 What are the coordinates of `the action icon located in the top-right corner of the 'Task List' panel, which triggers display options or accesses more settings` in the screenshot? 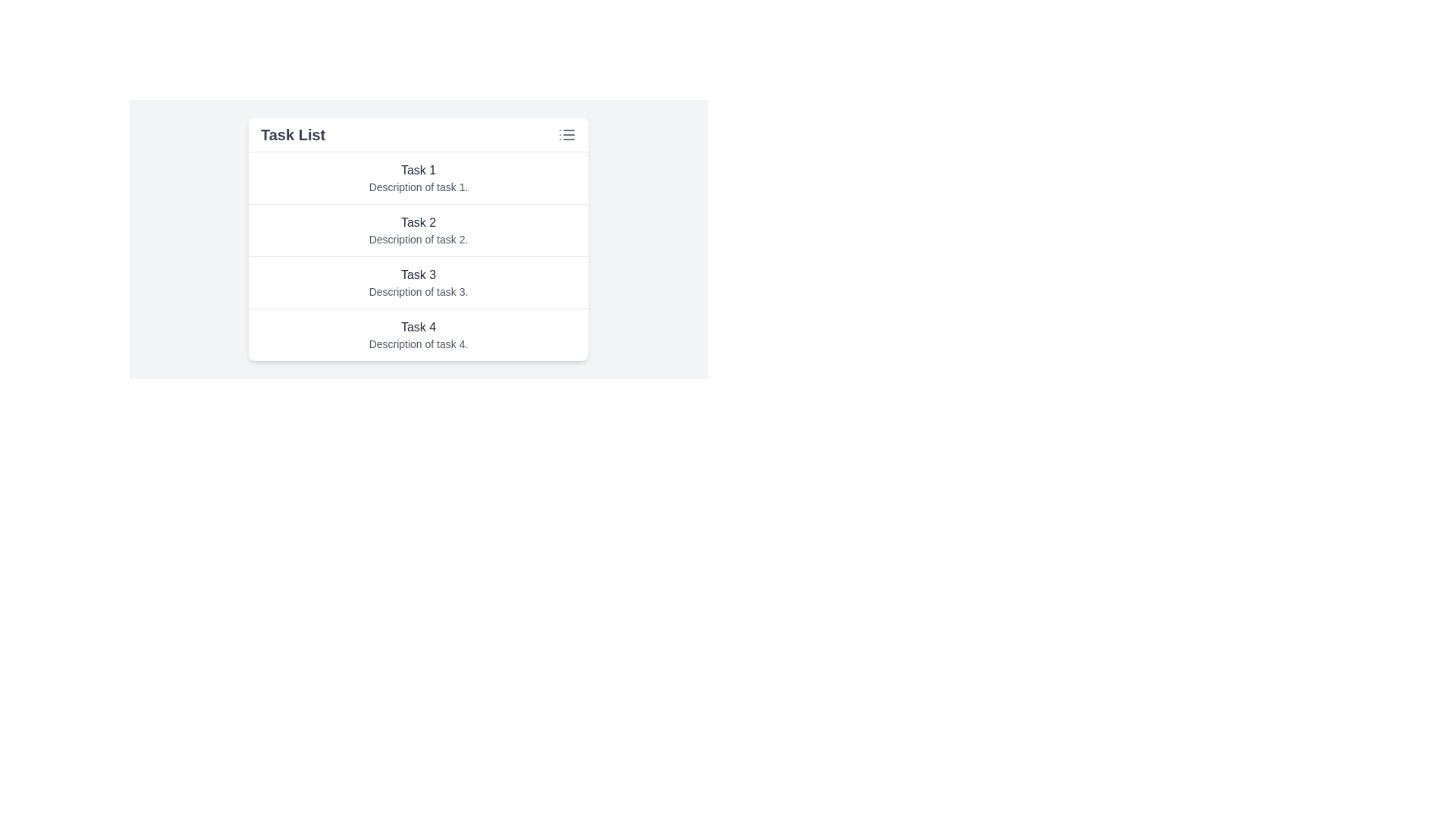 It's located at (566, 133).